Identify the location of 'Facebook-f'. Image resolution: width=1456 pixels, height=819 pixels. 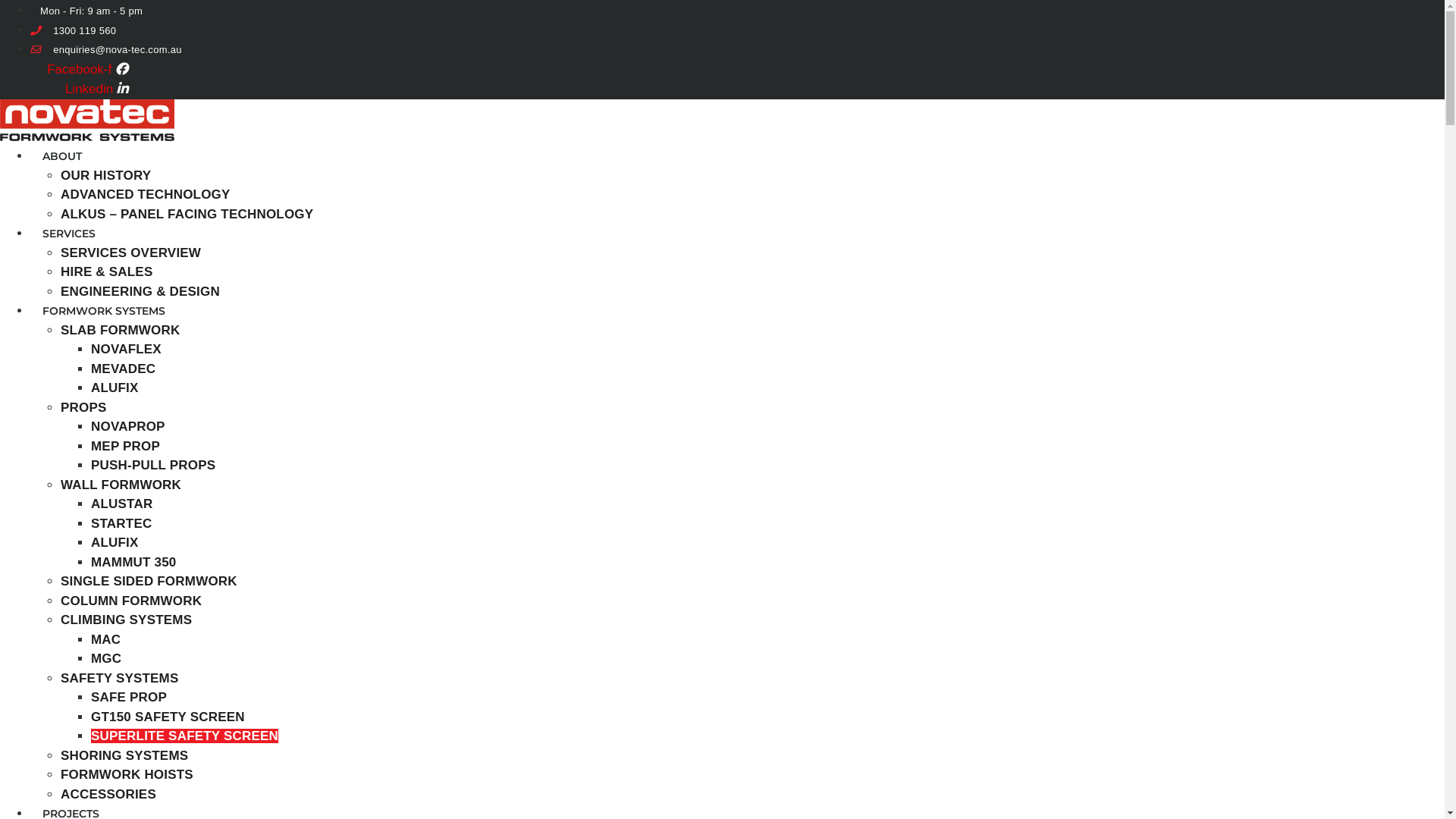
(86, 69).